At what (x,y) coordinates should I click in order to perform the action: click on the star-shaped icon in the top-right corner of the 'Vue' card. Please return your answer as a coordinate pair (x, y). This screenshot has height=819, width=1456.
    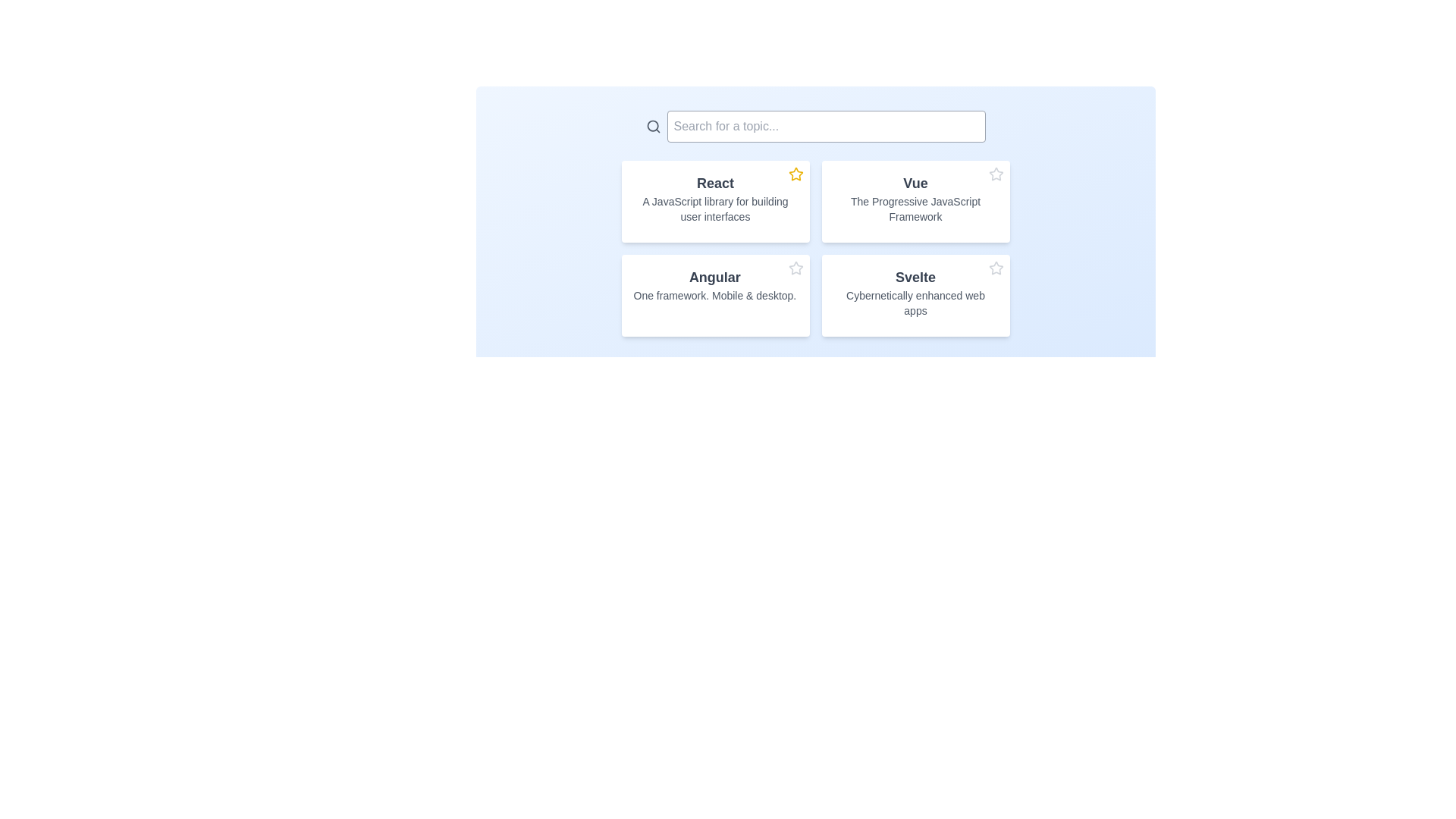
    Looking at the image, I should click on (996, 173).